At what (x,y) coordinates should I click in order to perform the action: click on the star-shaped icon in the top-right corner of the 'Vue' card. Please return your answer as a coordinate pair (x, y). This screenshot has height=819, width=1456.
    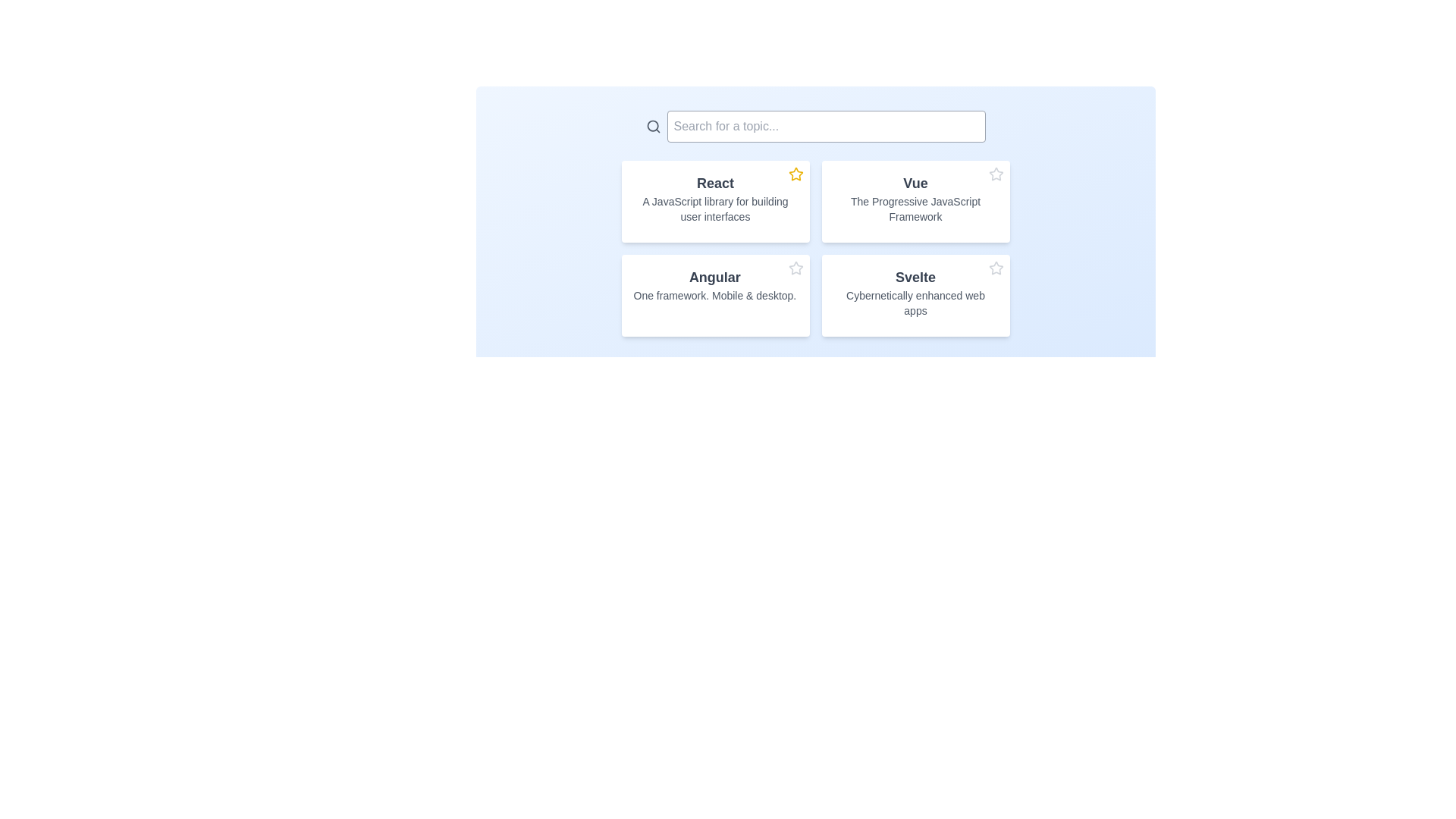
    Looking at the image, I should click on (996, 173).